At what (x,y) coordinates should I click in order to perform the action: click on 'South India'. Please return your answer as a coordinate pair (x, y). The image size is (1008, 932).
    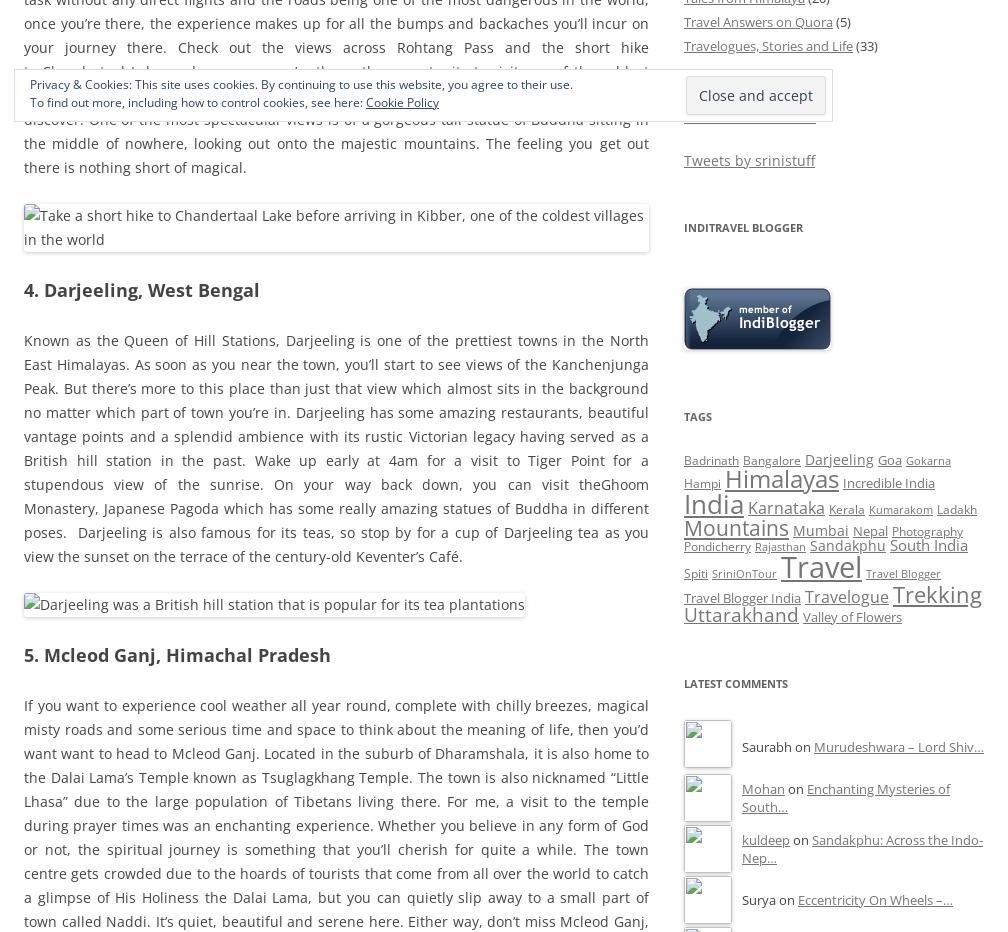
    Looking at the image, I should click on (928, 545).